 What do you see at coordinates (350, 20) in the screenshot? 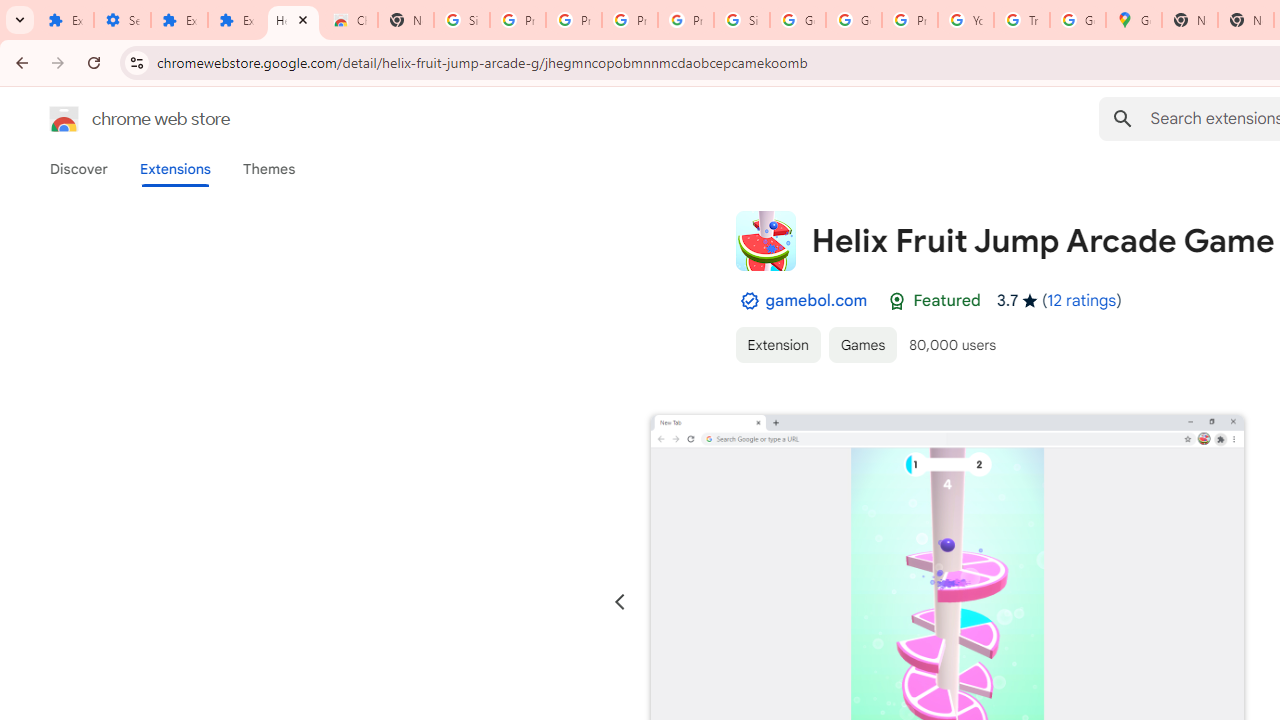
I see `'Chrome Web Store - Themes'` at bounding box center [350, 20].